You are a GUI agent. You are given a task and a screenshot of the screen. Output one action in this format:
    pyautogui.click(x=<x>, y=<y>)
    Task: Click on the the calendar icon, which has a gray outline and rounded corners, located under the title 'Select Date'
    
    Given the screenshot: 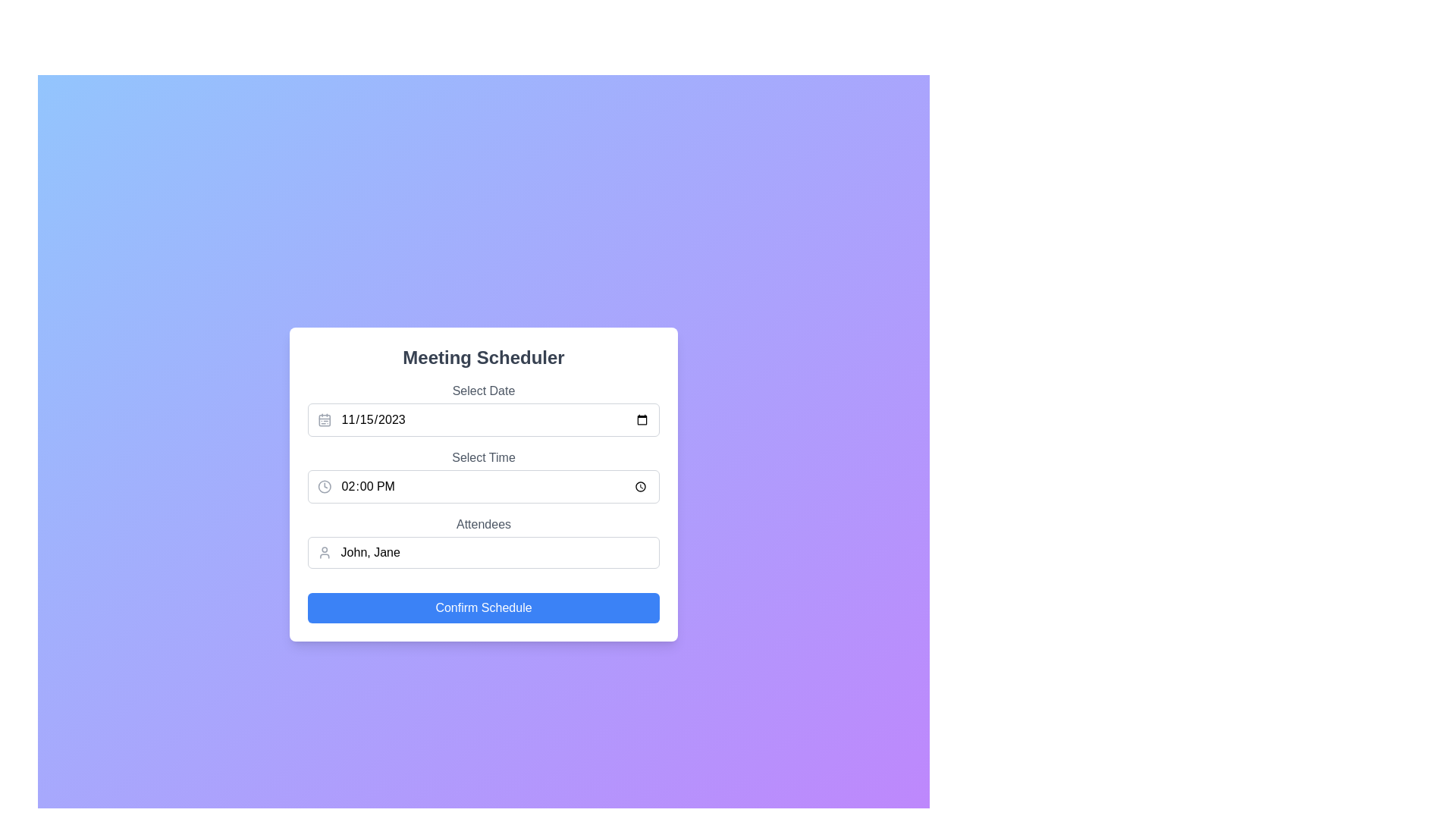 What is the action you would take?
    pyautogui.click(x=323, y=420)
    